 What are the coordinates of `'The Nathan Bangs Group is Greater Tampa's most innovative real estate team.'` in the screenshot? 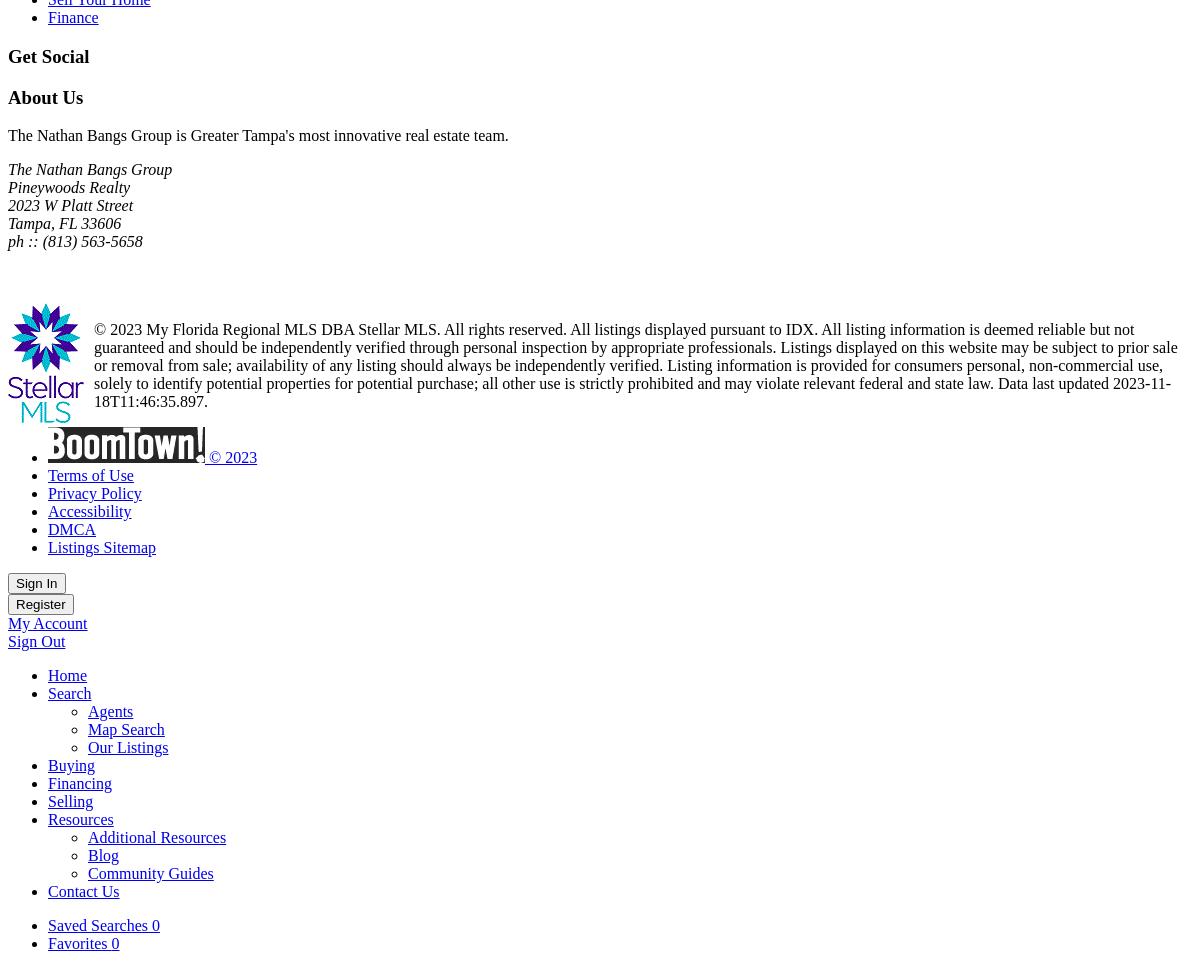 It's located at (257, 134).